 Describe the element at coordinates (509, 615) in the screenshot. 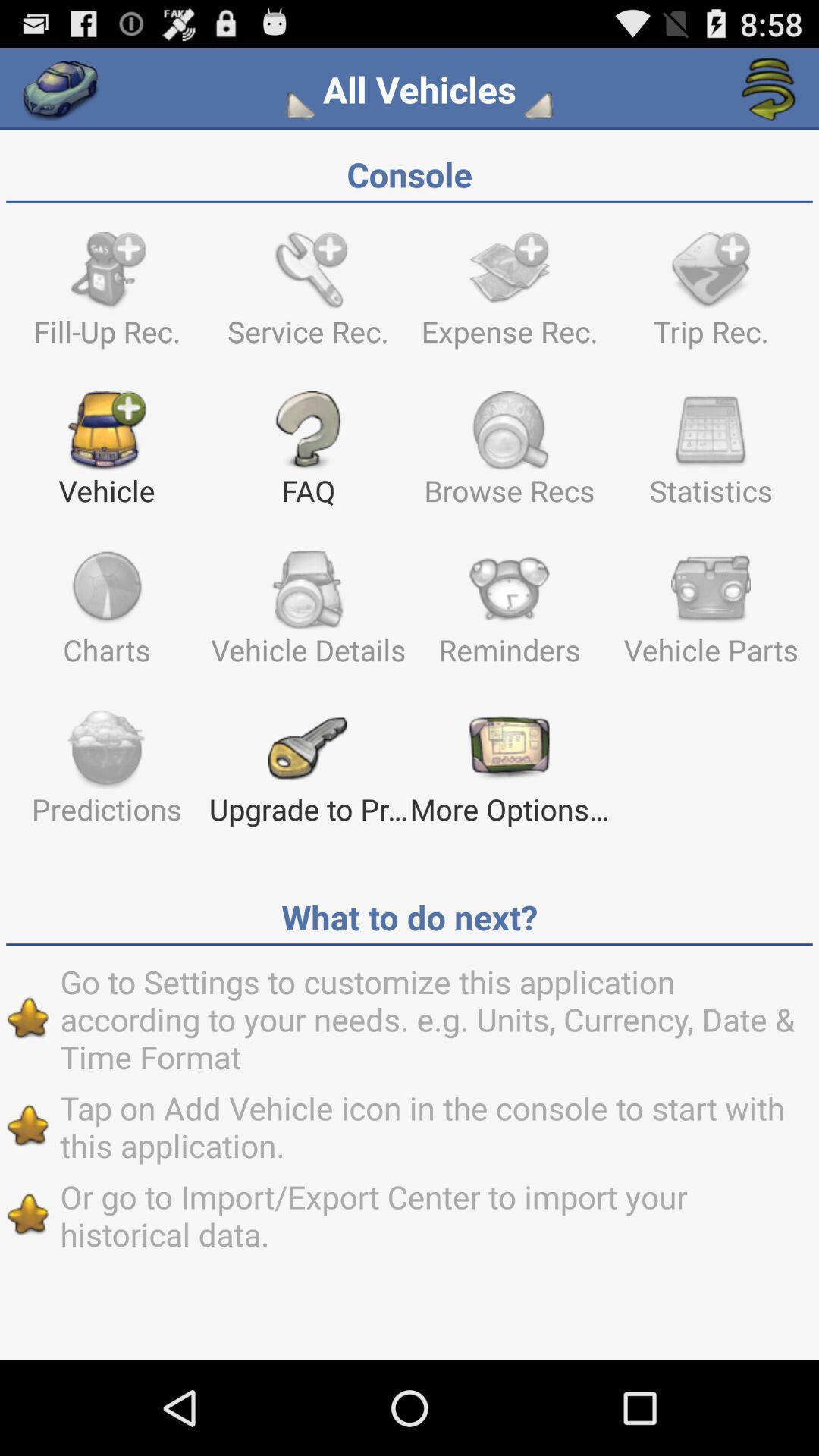

I see `the app above upgrade to pro! item` at that location.